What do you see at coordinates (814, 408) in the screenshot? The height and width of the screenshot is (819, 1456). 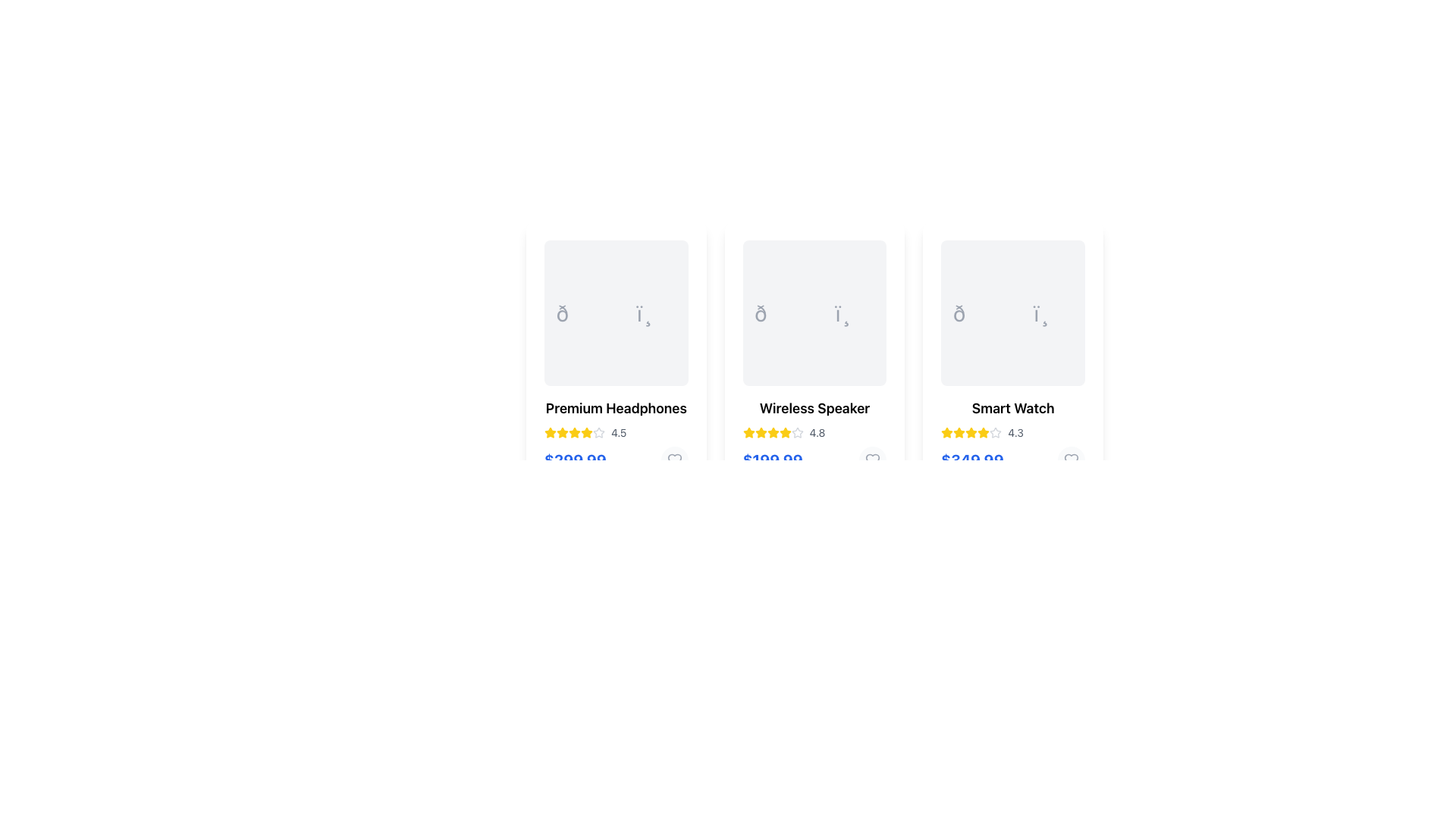 I see `text label located centrally within the second product card, above the star rating and price section` at bounding box center [814, 408].